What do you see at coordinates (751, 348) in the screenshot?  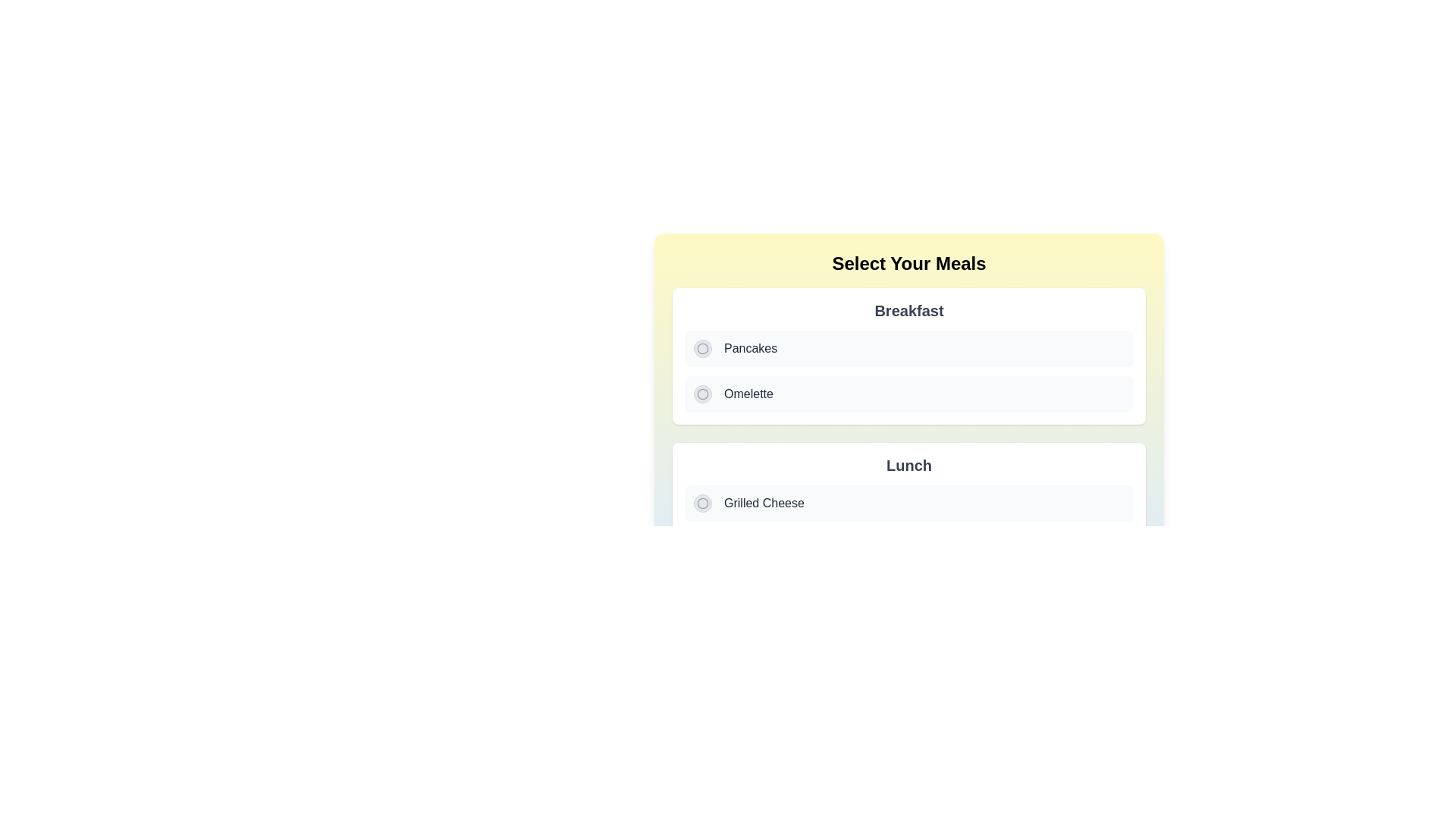 I see `the label describing the 'Pancakes' choice` at bounding box center [751, 348].